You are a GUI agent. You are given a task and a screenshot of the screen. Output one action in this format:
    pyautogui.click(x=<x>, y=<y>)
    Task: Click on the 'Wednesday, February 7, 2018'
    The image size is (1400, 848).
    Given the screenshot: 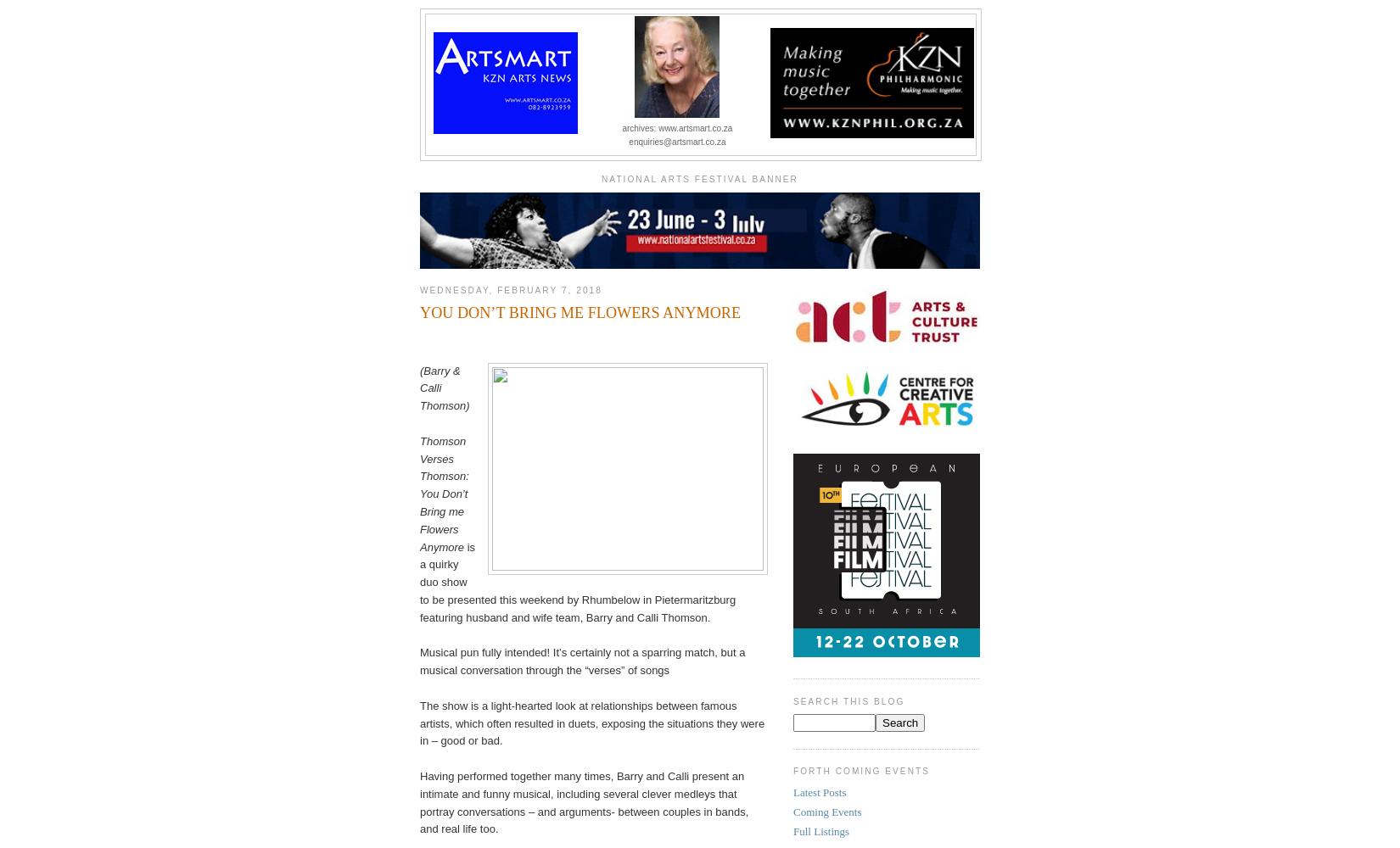 What is the action you would take?
    pyautogui.click(x=509, y=288)
    